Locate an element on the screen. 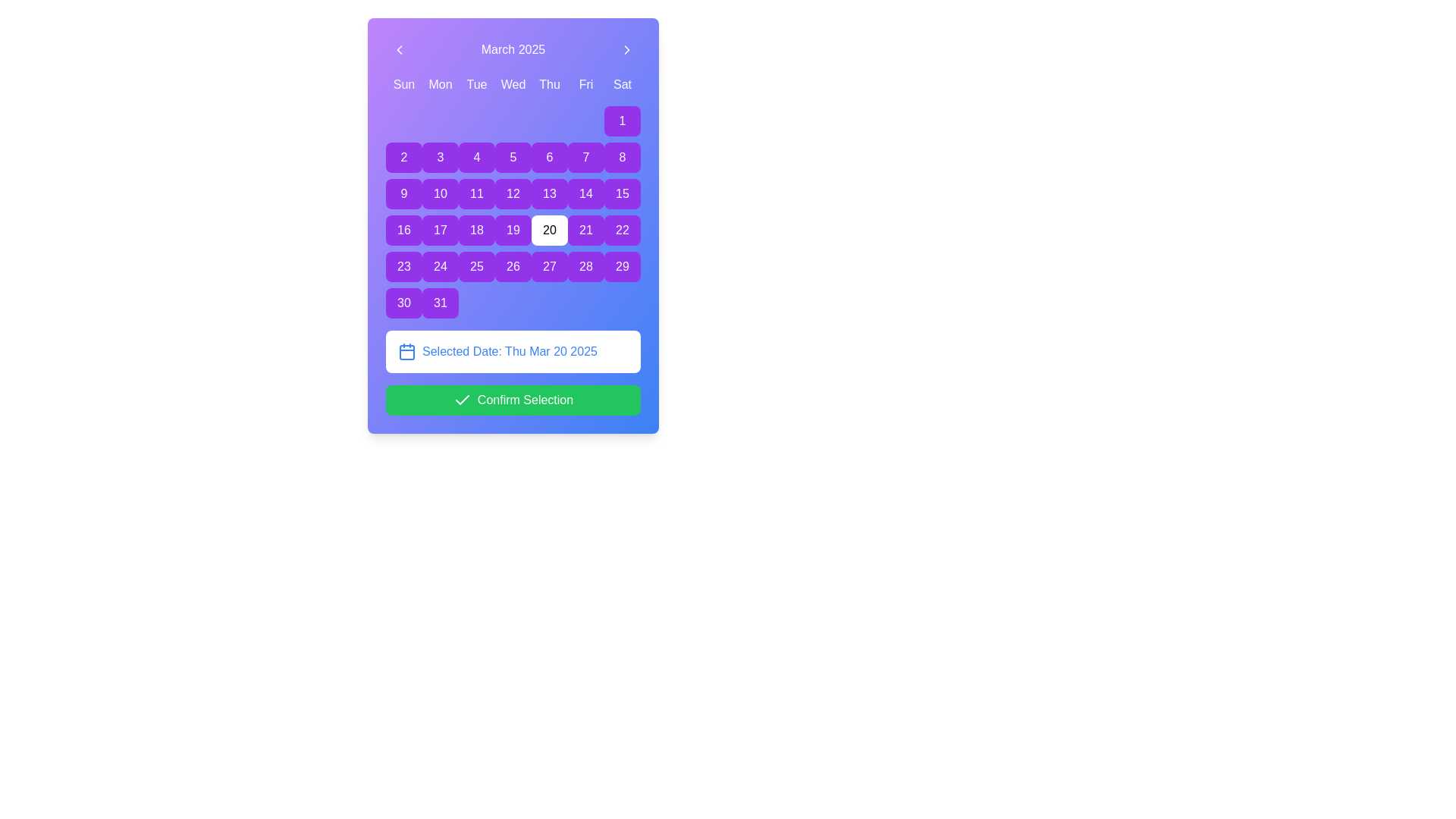 This screenshot has width=1456, height=819. the button representing the 29th day of the month in the calendar grid is located at coordinates (622, 265).